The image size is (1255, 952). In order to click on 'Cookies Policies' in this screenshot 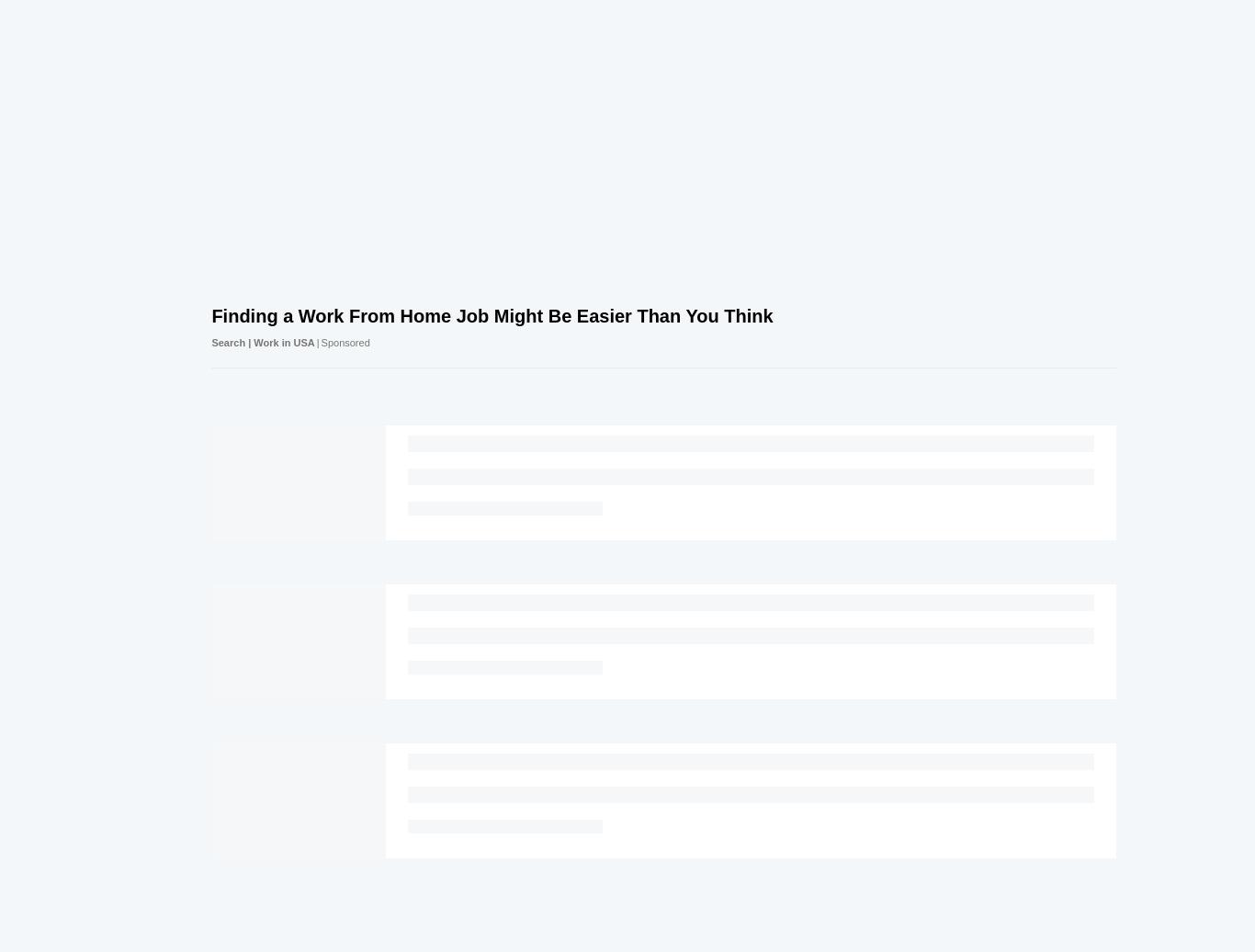, I will do `click(557, 928)`.